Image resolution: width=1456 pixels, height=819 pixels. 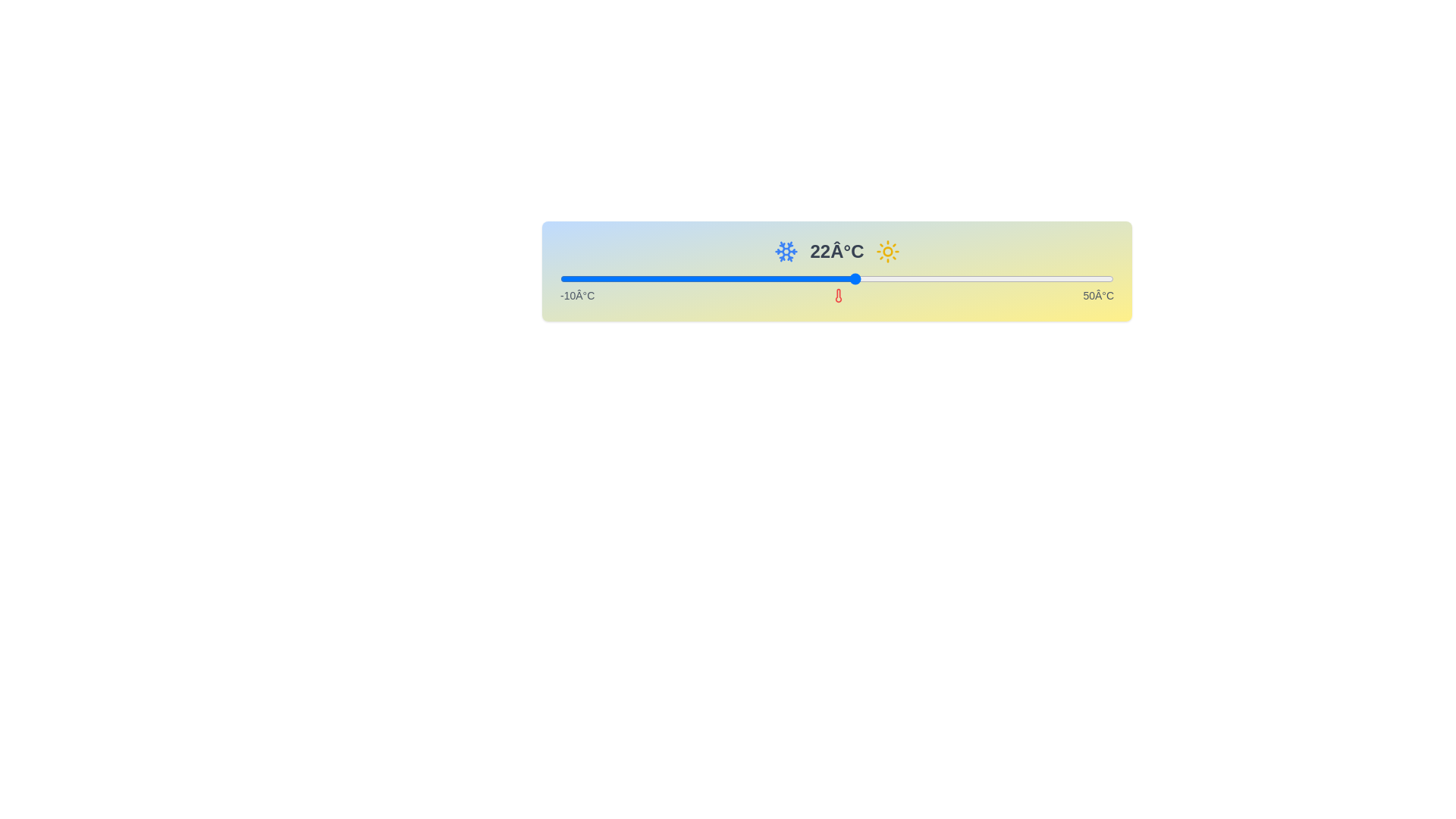 What do you see at coordinates (772, 278) in the screenshot?
I see `the slider to set the temperature to 13 degrees Celsius` at bounding box center [772, 278].